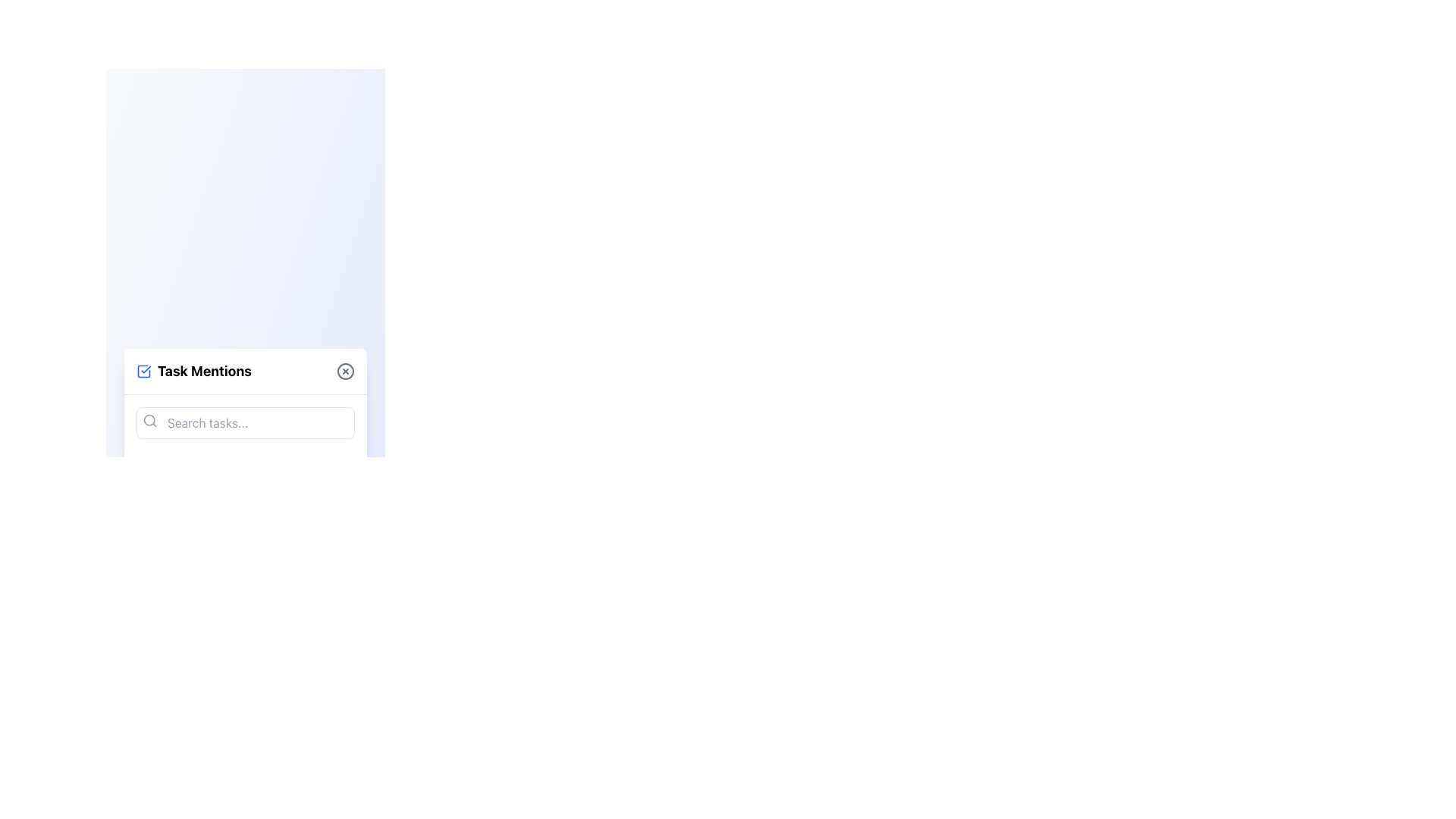 The image size is (1456, 819). I want to click on the close button located in the top-right corner of the card, so click(345, 371).